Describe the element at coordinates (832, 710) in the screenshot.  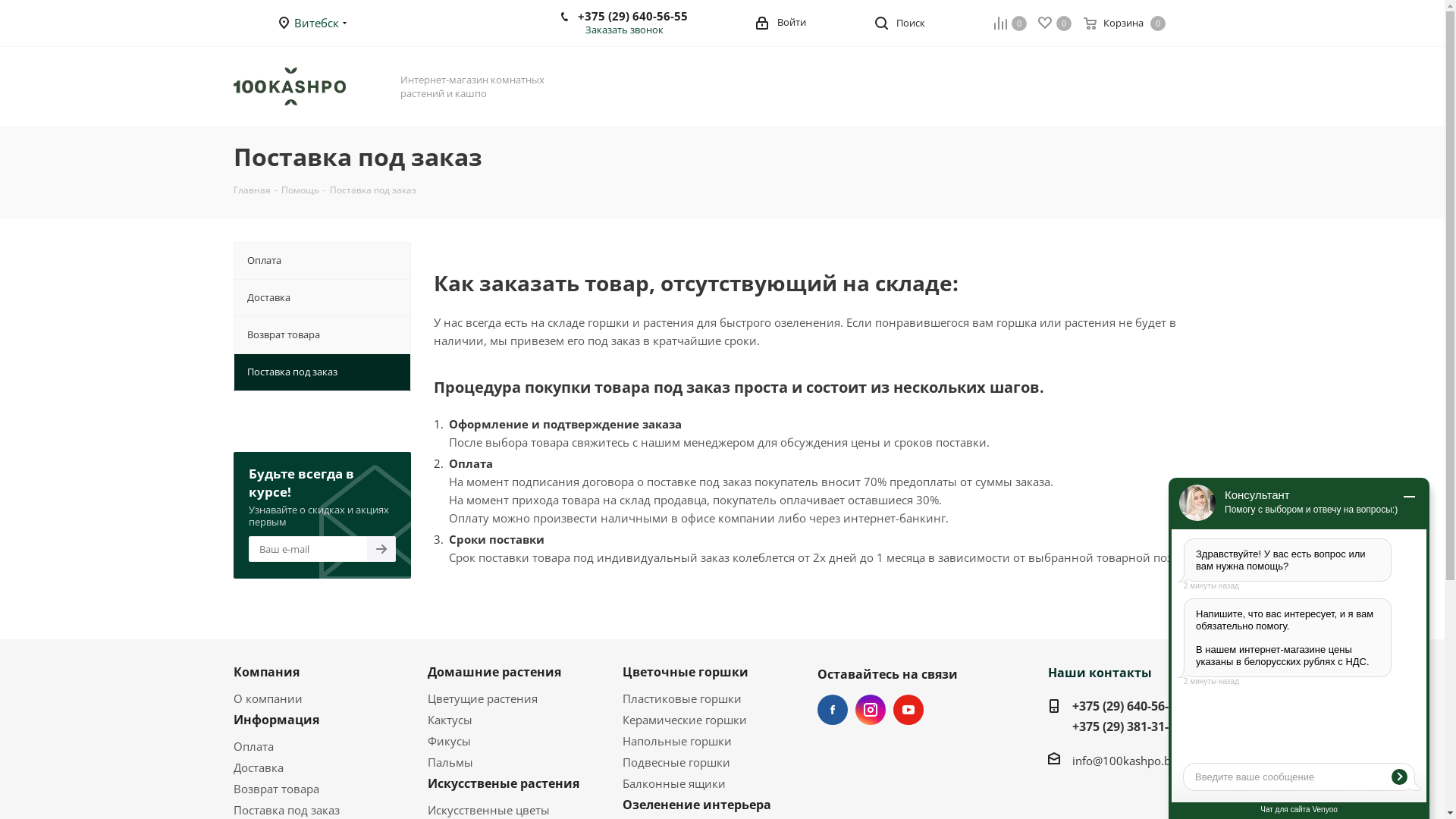
I see `'Facebook'` at that location.